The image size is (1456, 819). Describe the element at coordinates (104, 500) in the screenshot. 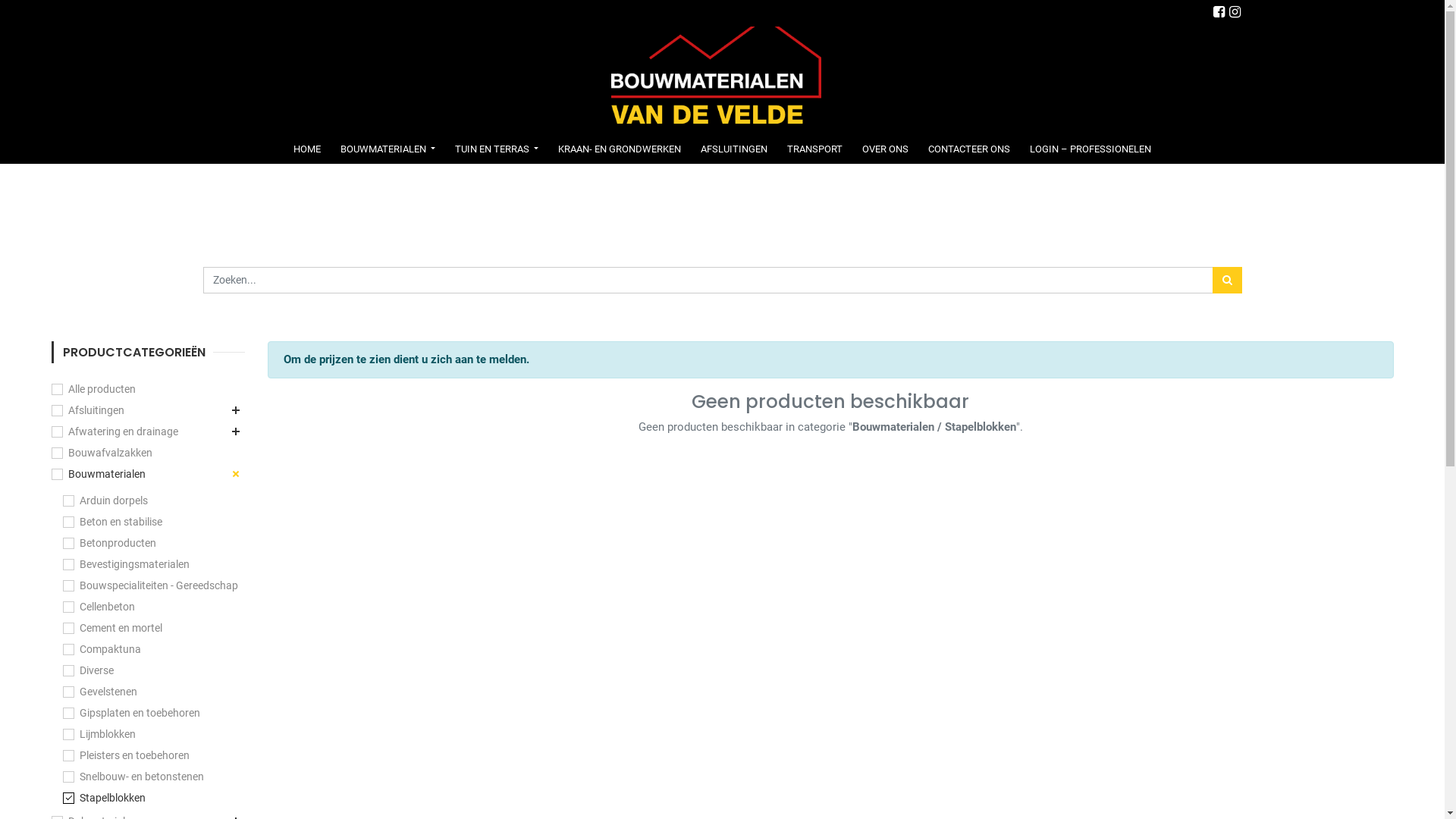

I see `'Arduin dorpels'` at that location.